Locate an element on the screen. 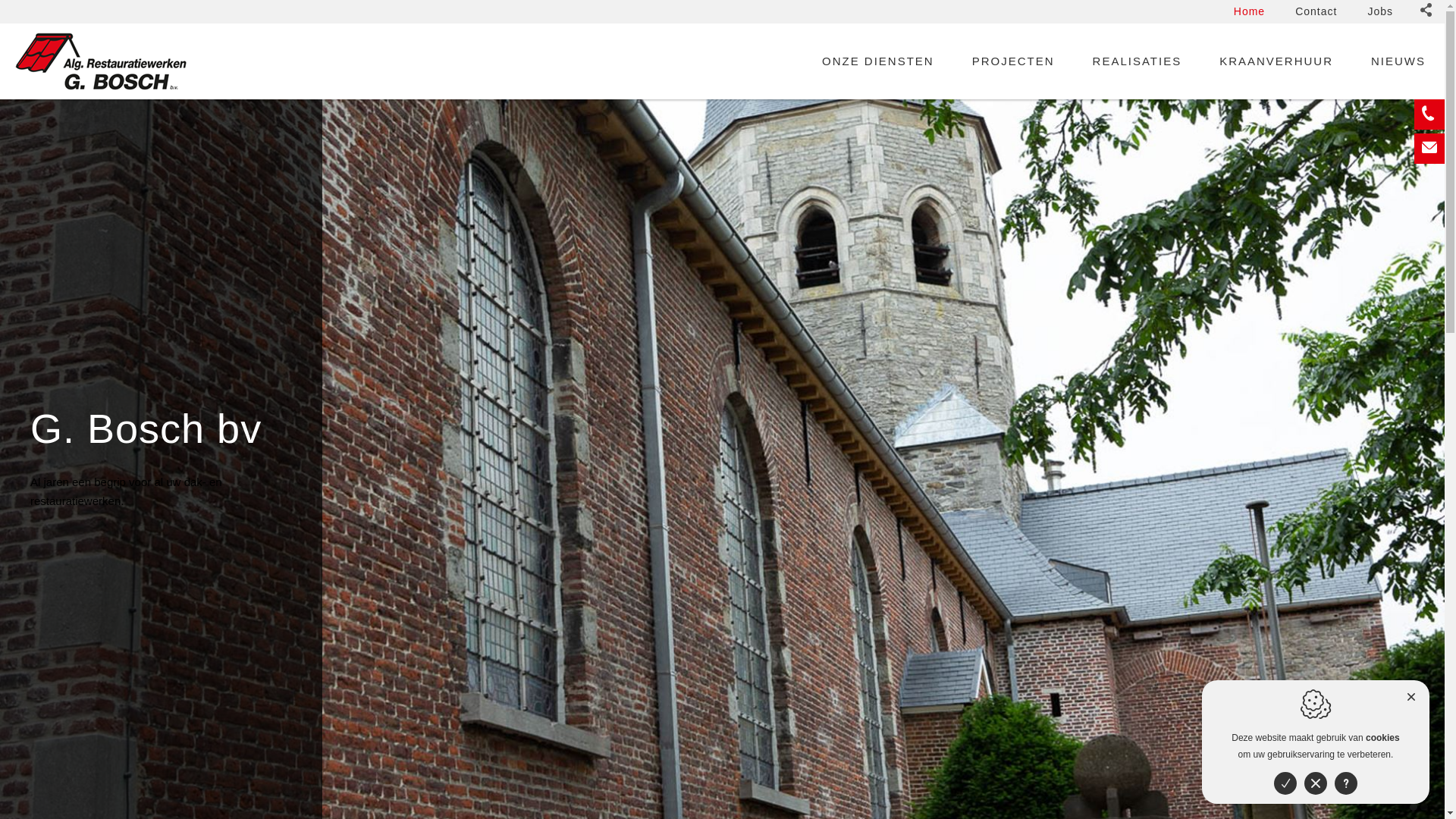 Image resolution: width=1456 pixels, height=819 pixels. 'Weigeren' is located at coordinates (1314, 783).